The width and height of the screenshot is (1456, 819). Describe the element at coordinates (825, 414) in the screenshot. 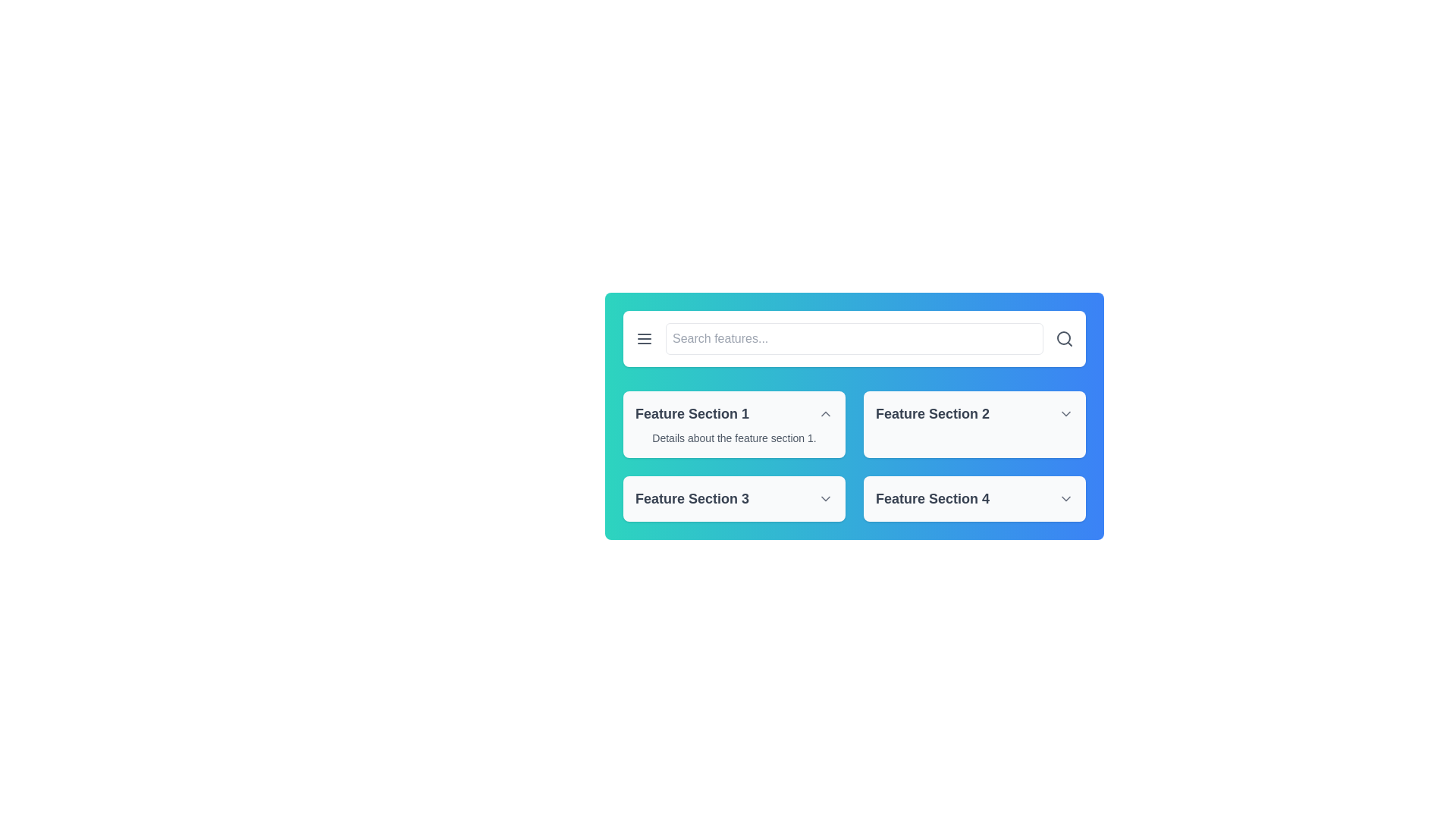

I see `the Chevron Up icon located to the right of 'Feature Section 1'` at that location.